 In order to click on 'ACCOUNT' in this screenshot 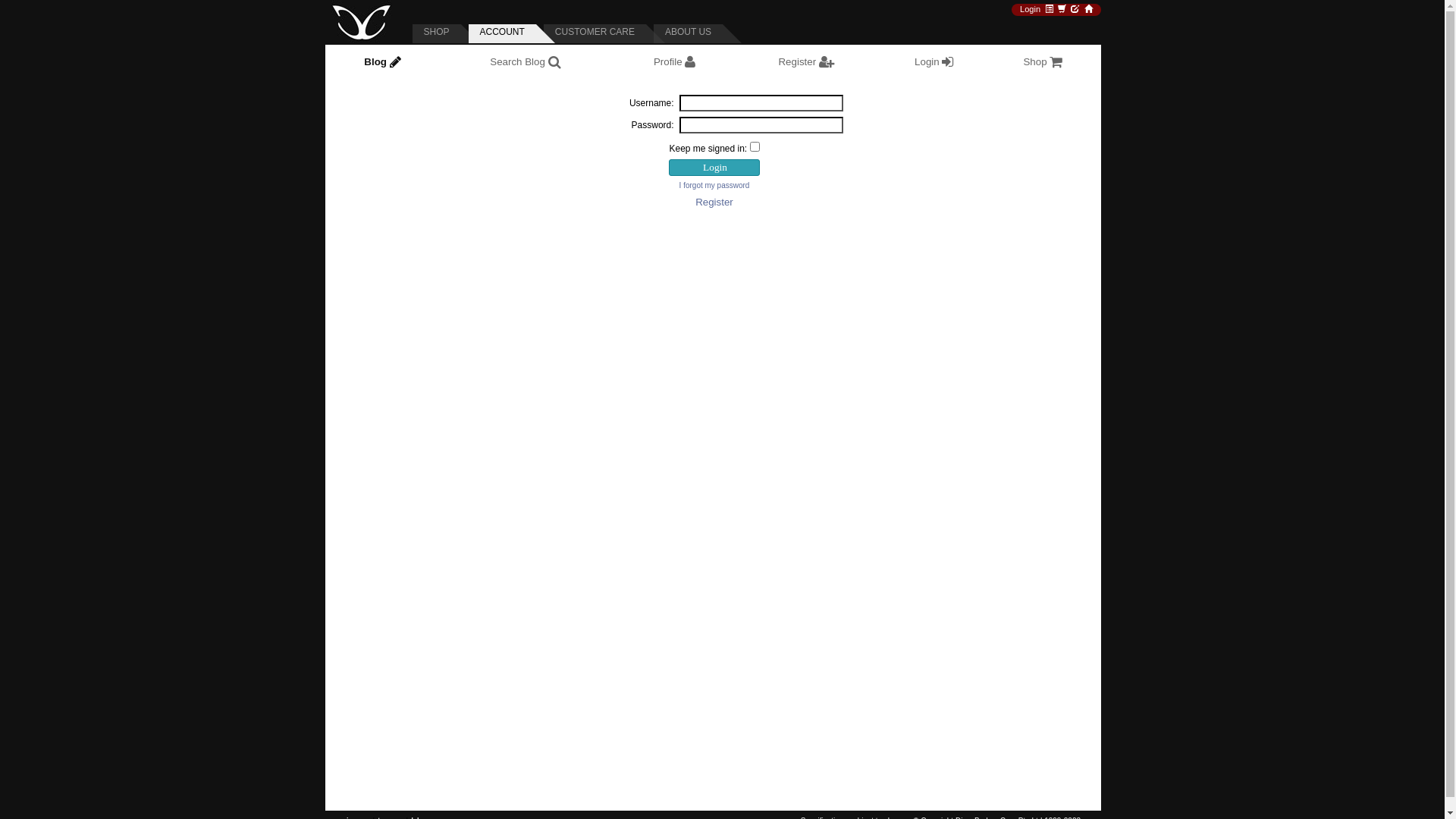, I will do `click(512, 33)`.